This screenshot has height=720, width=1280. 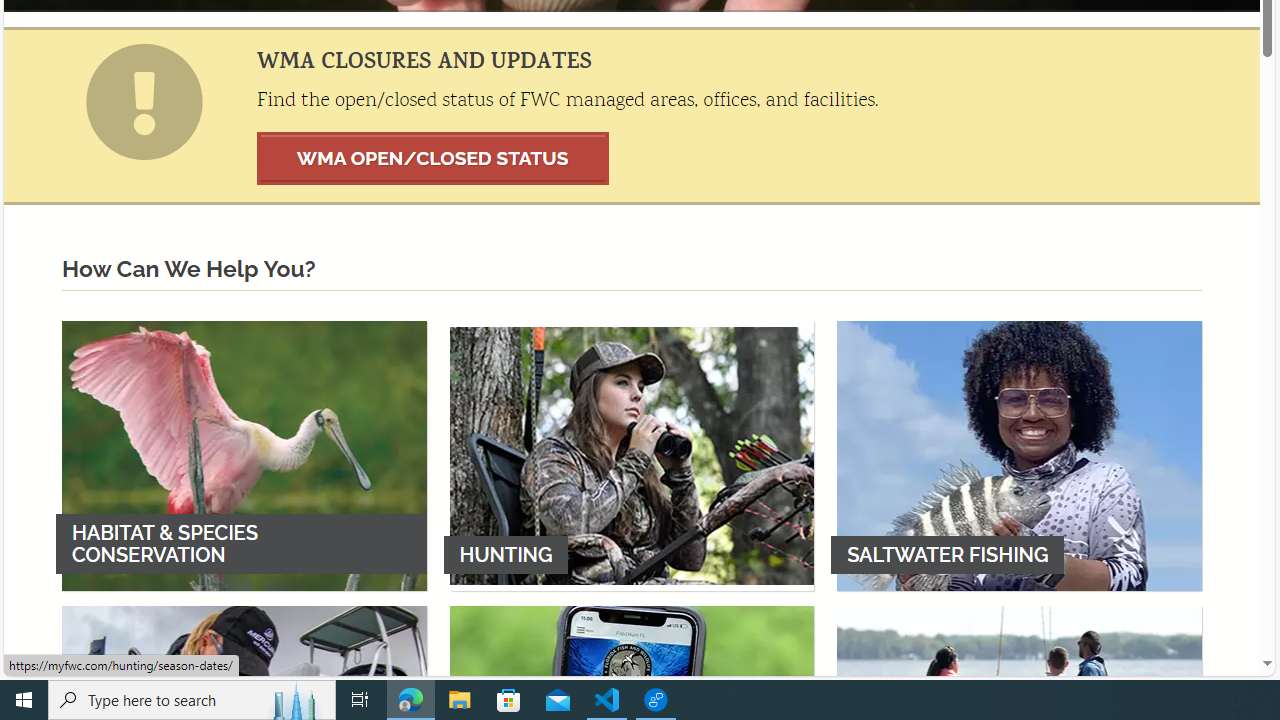 I want to click on 'HUNTING', so click(x=631, y=455).